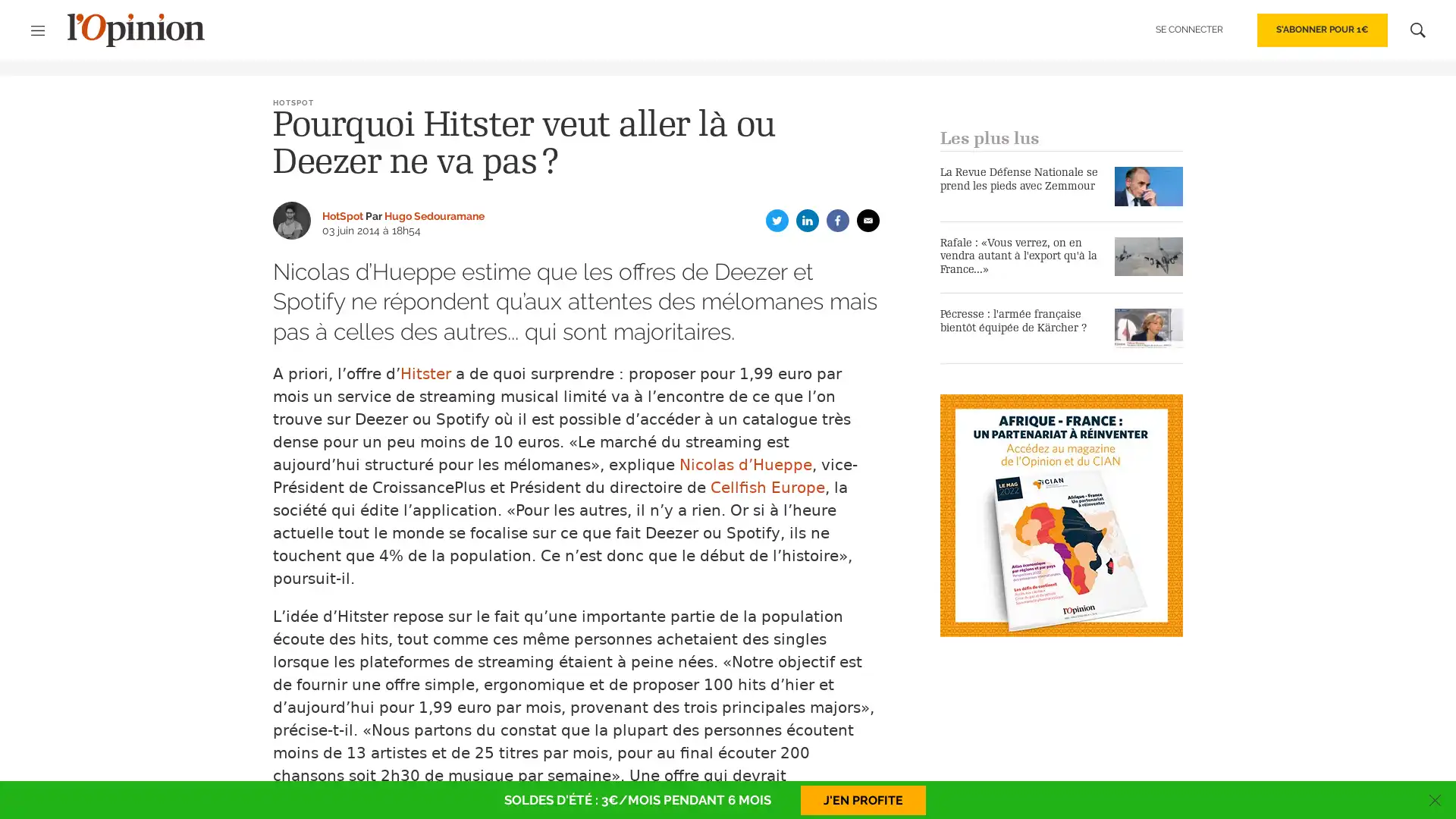 Image resolution: width=1456 pixels, height=819 pixels. I want to click on Afficher la recherche, so click(1410, 30).